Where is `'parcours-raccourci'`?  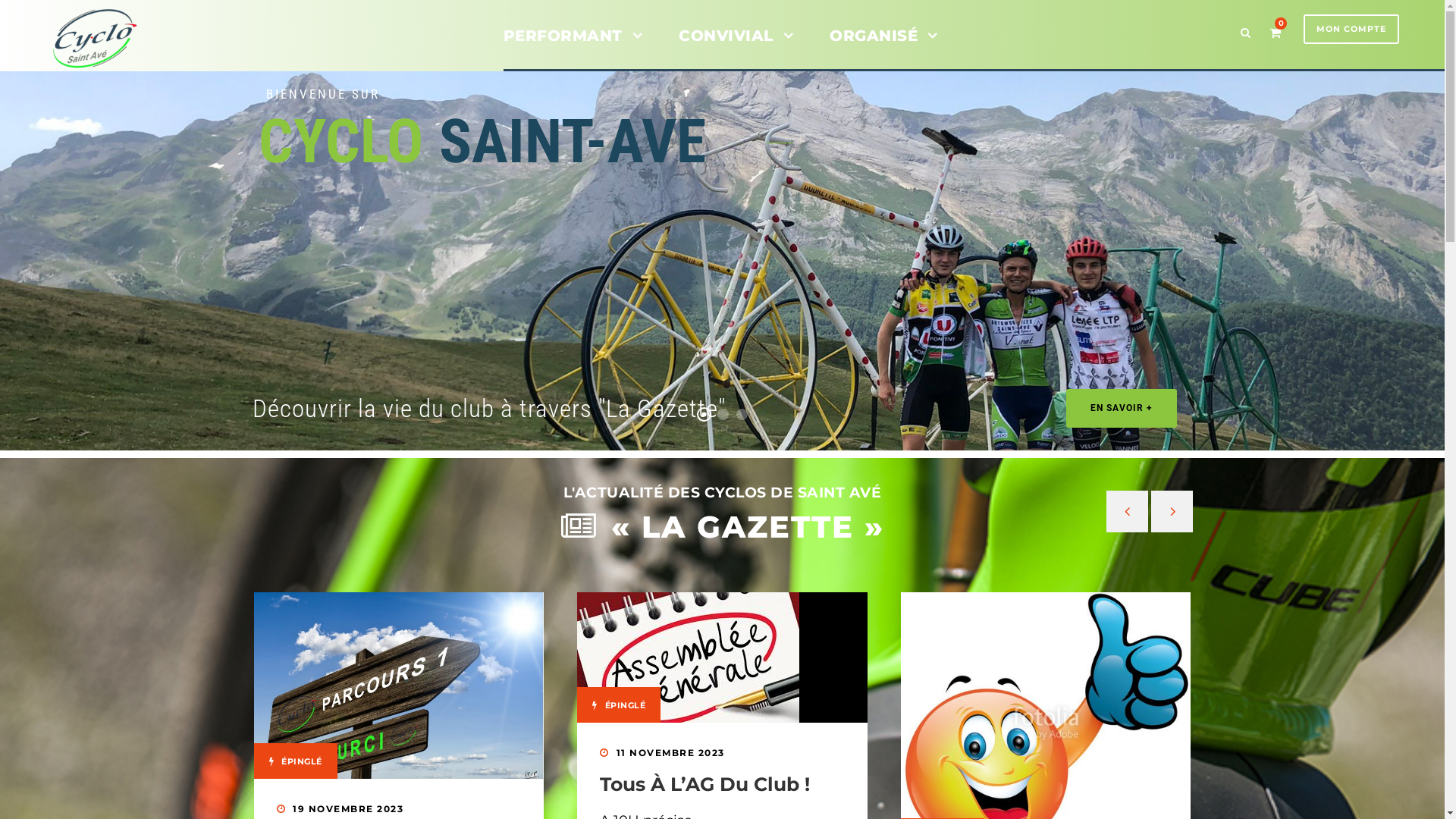
'parcours-raccourci' is located at coordinates (398, 685).